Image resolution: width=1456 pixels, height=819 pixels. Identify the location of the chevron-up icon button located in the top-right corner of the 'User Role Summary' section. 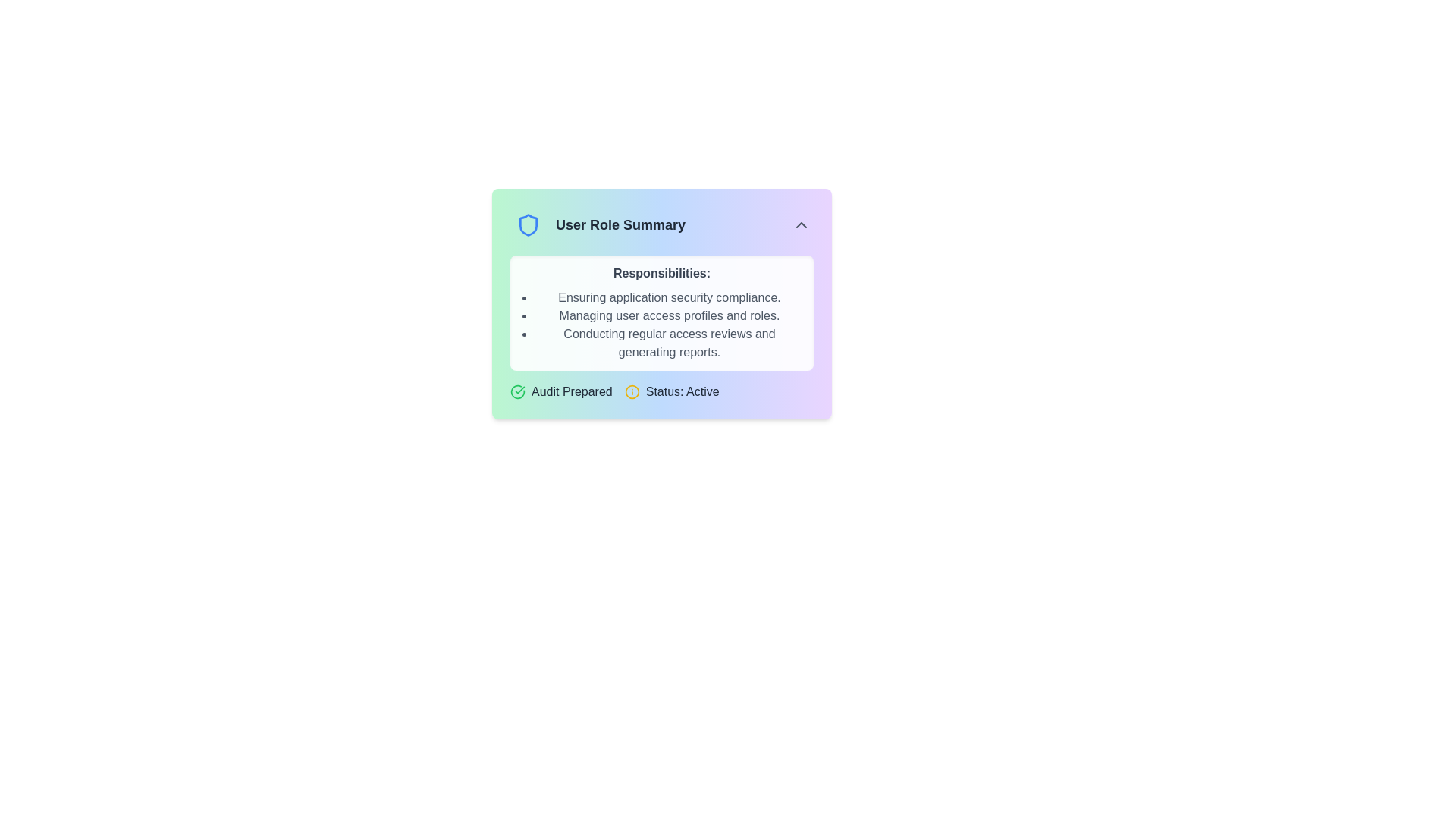
(800, 225).